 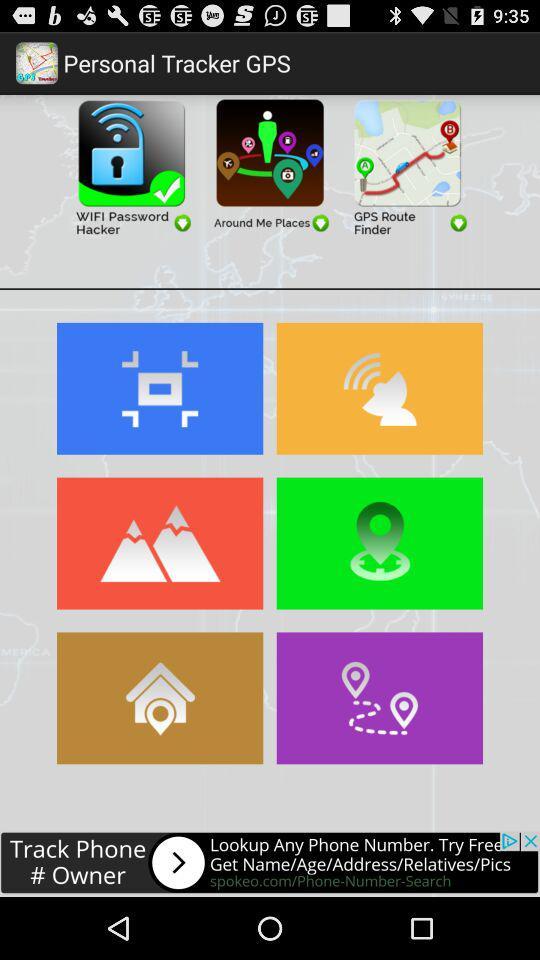 What do you see at coordinates (131, 164) in the screenshot?
I see `click on advertisement` at bounding box center [131, 164].